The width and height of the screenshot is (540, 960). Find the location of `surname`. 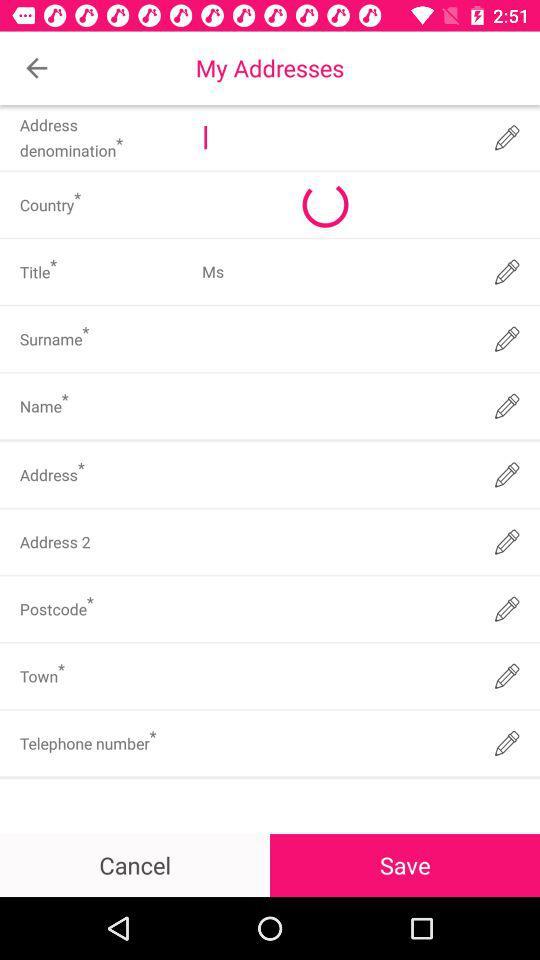

surname is located at coordinates (335, 339).